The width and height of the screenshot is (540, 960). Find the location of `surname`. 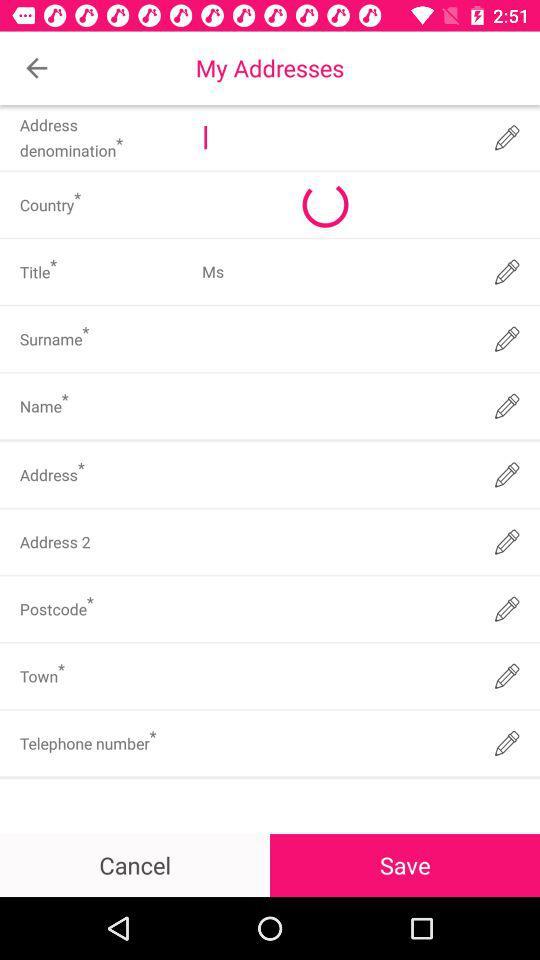

surname is located at coordinates (335, 339).